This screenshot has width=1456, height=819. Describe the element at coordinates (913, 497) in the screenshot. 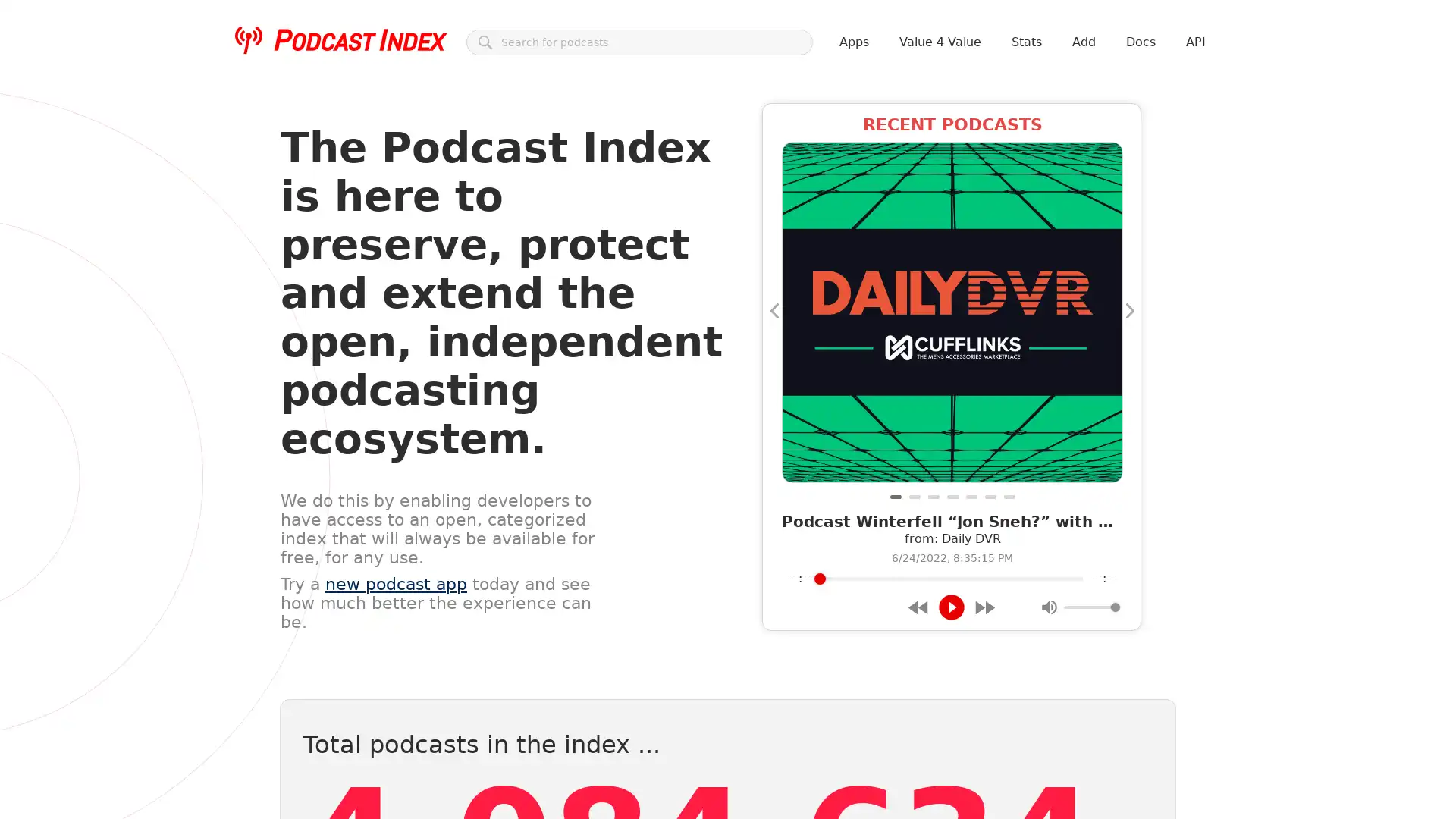

I see `Low Bar Radio. 6.22.22` at that location.